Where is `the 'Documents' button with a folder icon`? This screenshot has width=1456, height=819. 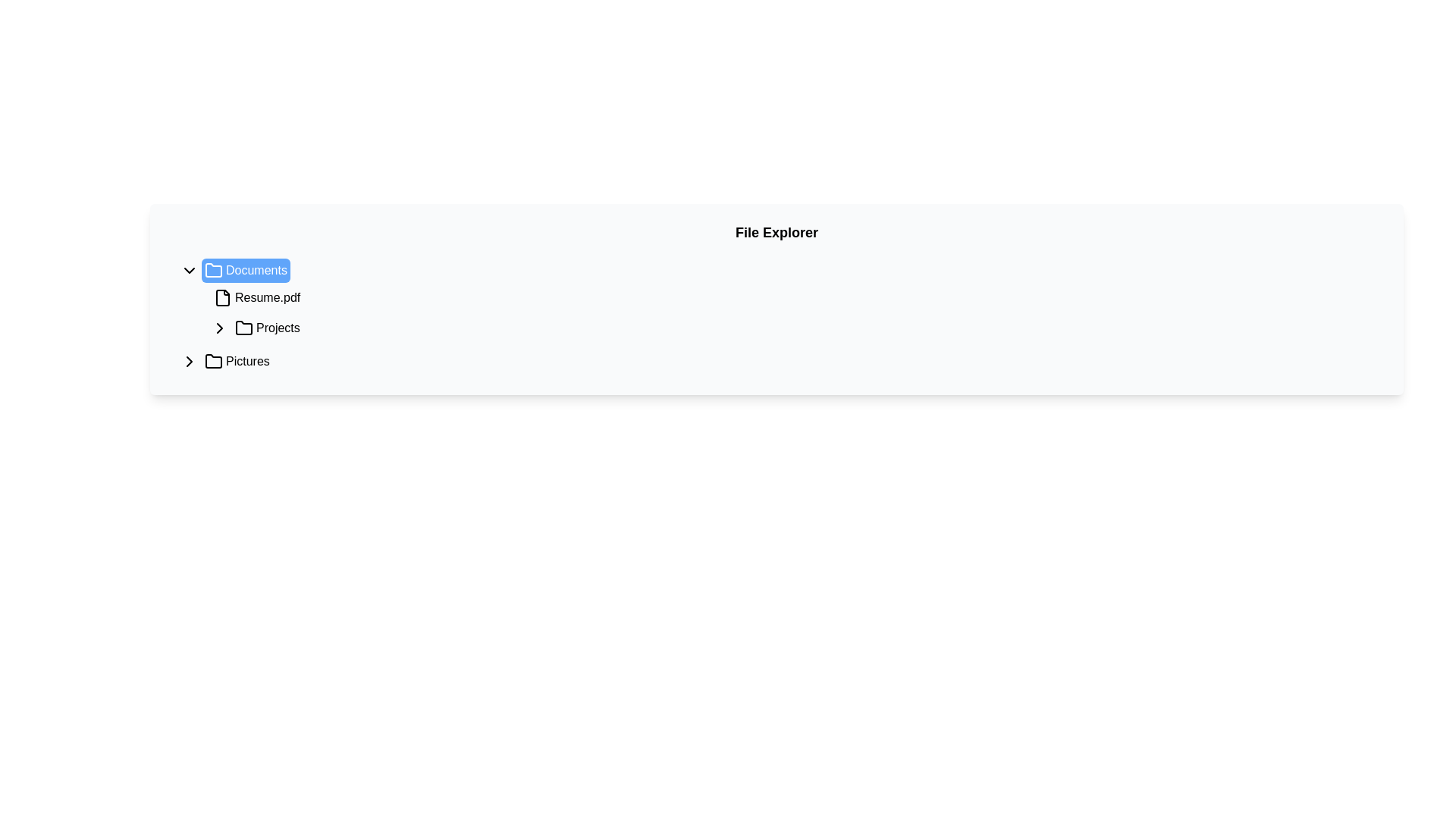 the 'Documents' button with a folder icon is located at coordinates (246, 270).